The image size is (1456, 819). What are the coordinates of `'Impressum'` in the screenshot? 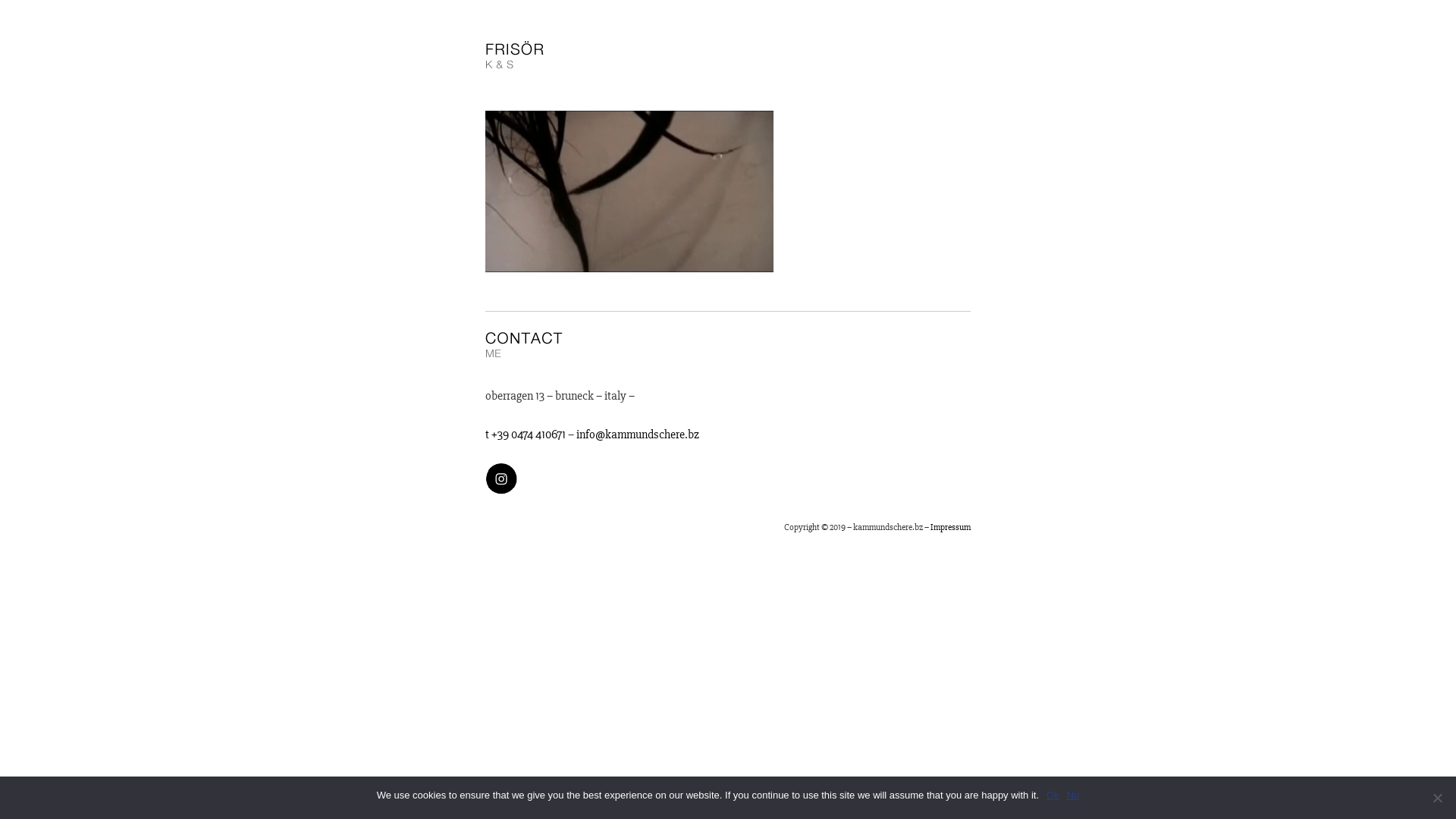 It's located at (930, 526).